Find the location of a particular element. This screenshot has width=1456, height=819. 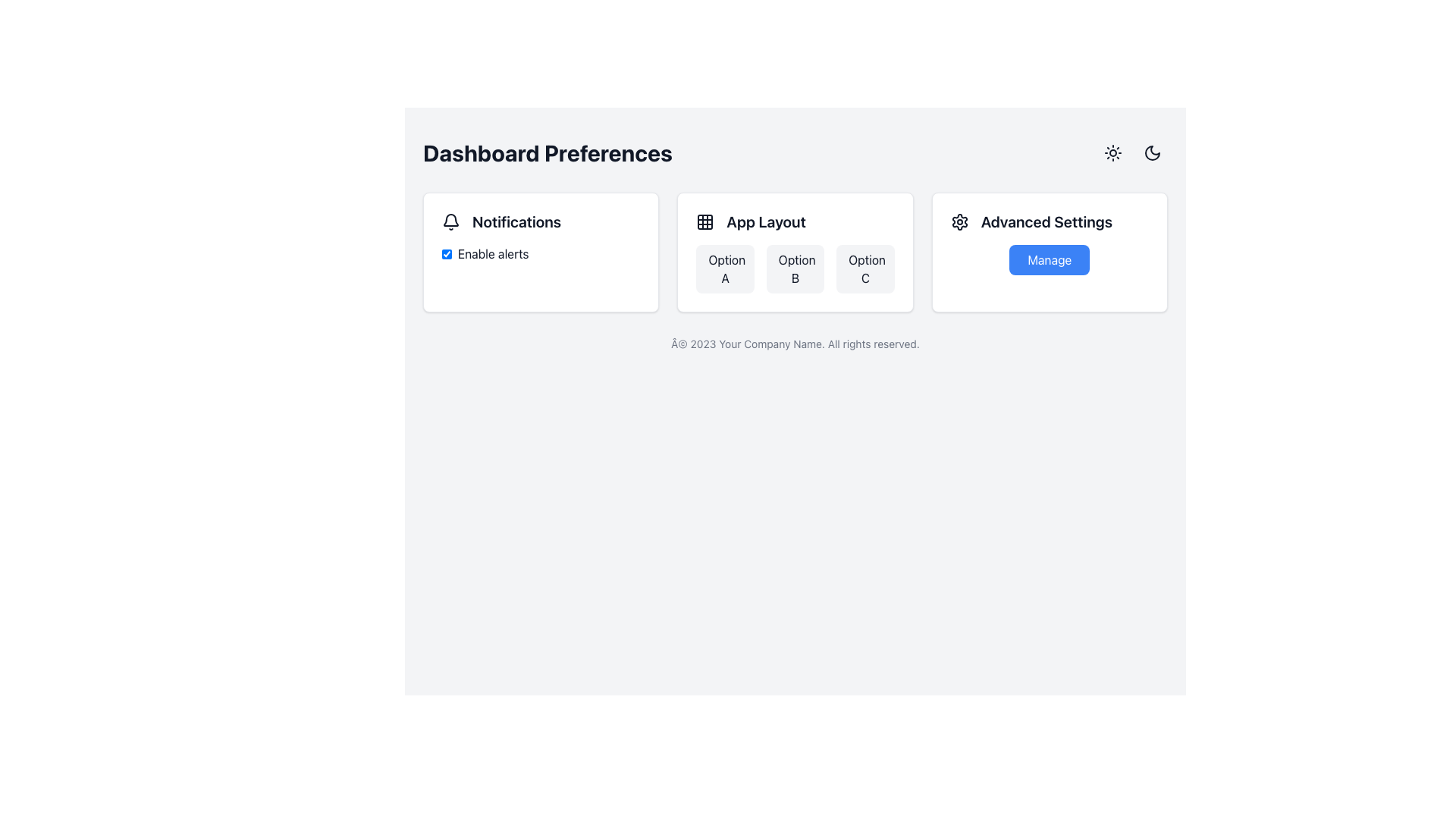

the 'Advanced Settings' text label, which is styled in bold and larger font, located to the right of a gear icon and above a 'Manage' button is located at coordinates (1049, 222).